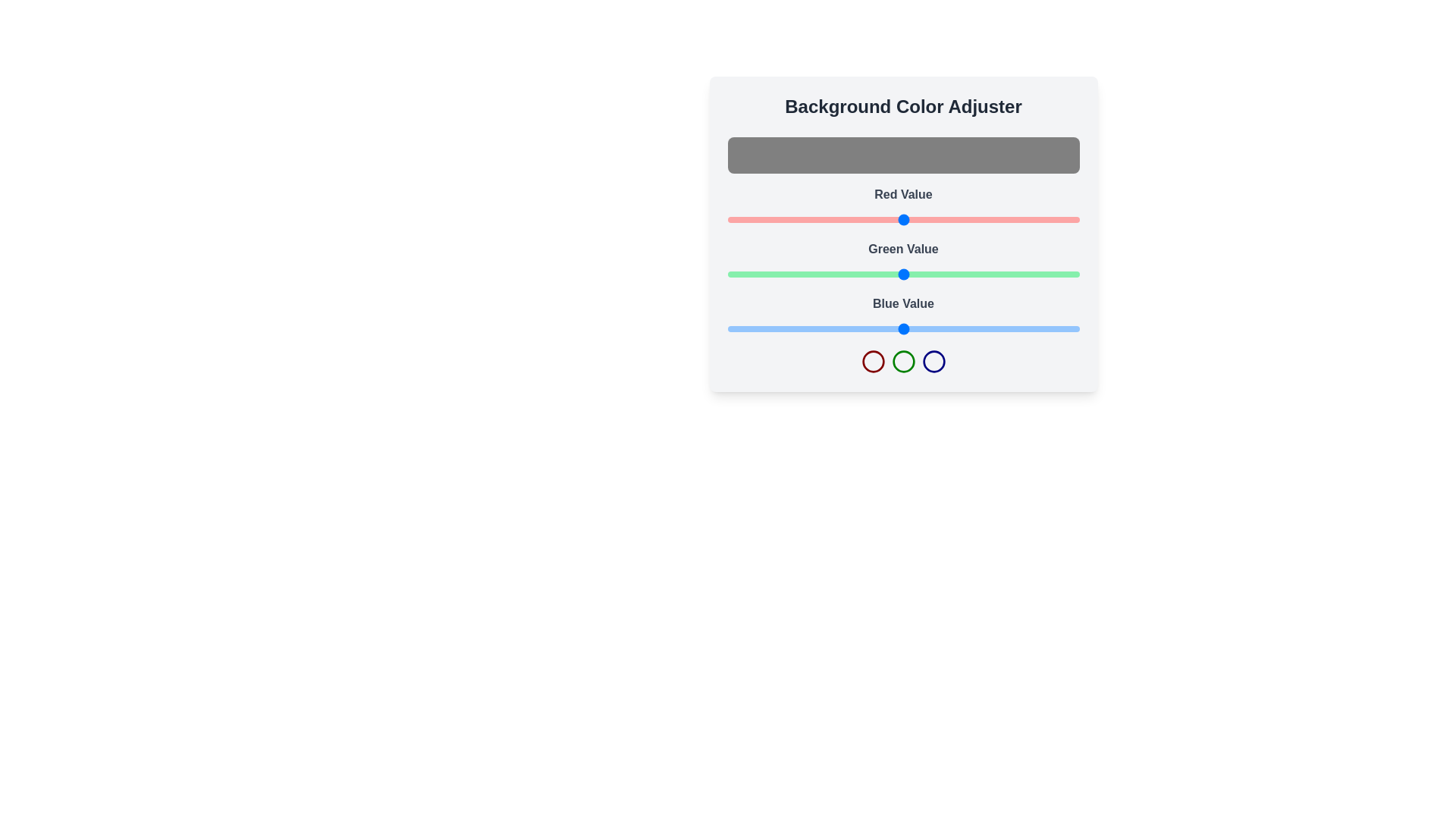 This screenshot has height=819, width=1456. I want to click on the blue slider to set the blue value to 63, so click(814, 328).